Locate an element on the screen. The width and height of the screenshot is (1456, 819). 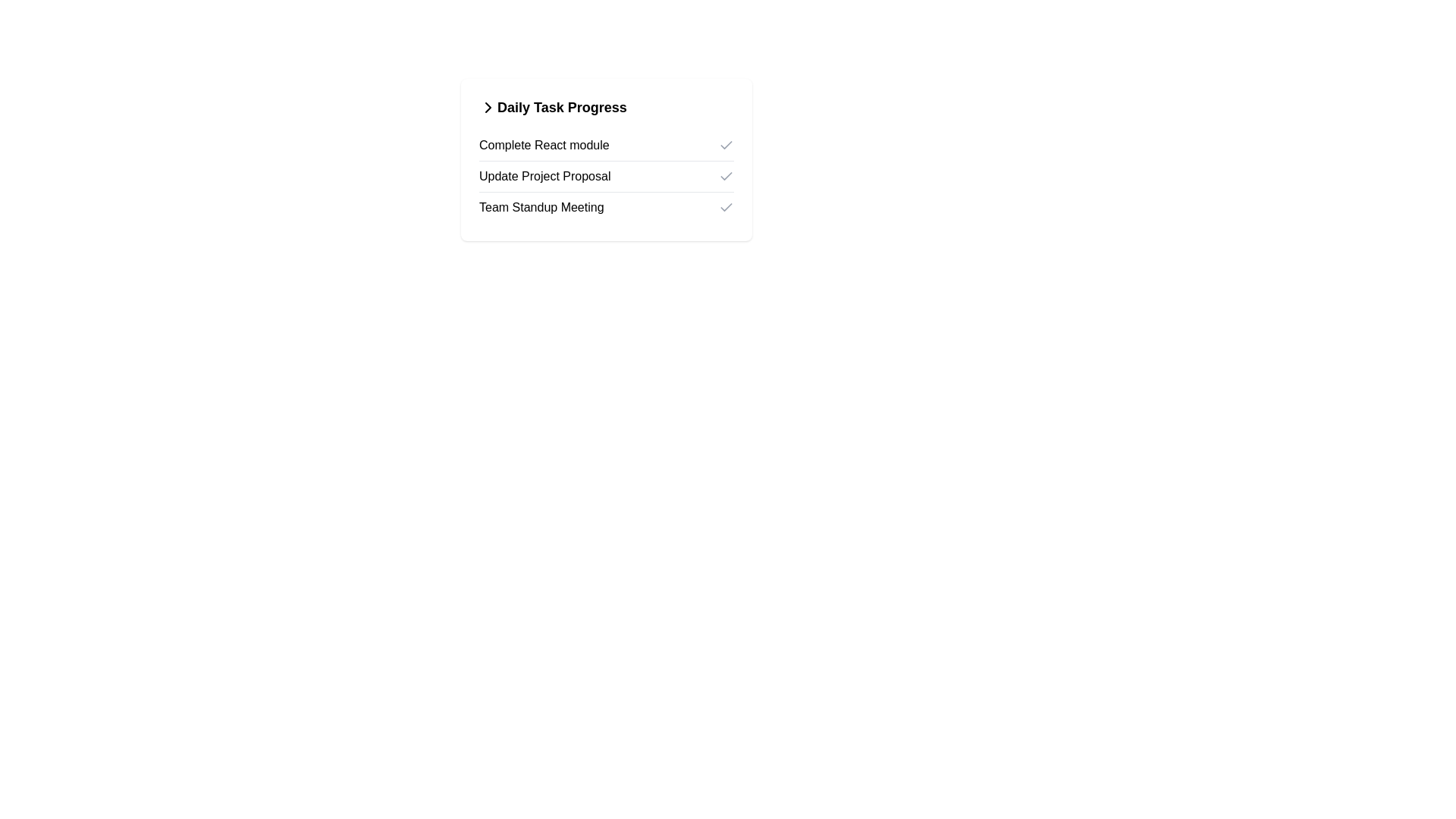
the text label displaying 'Update Project Proposal', which is the second entry in the 'Daily Task Progress' list is located at coordinates (544, 175).